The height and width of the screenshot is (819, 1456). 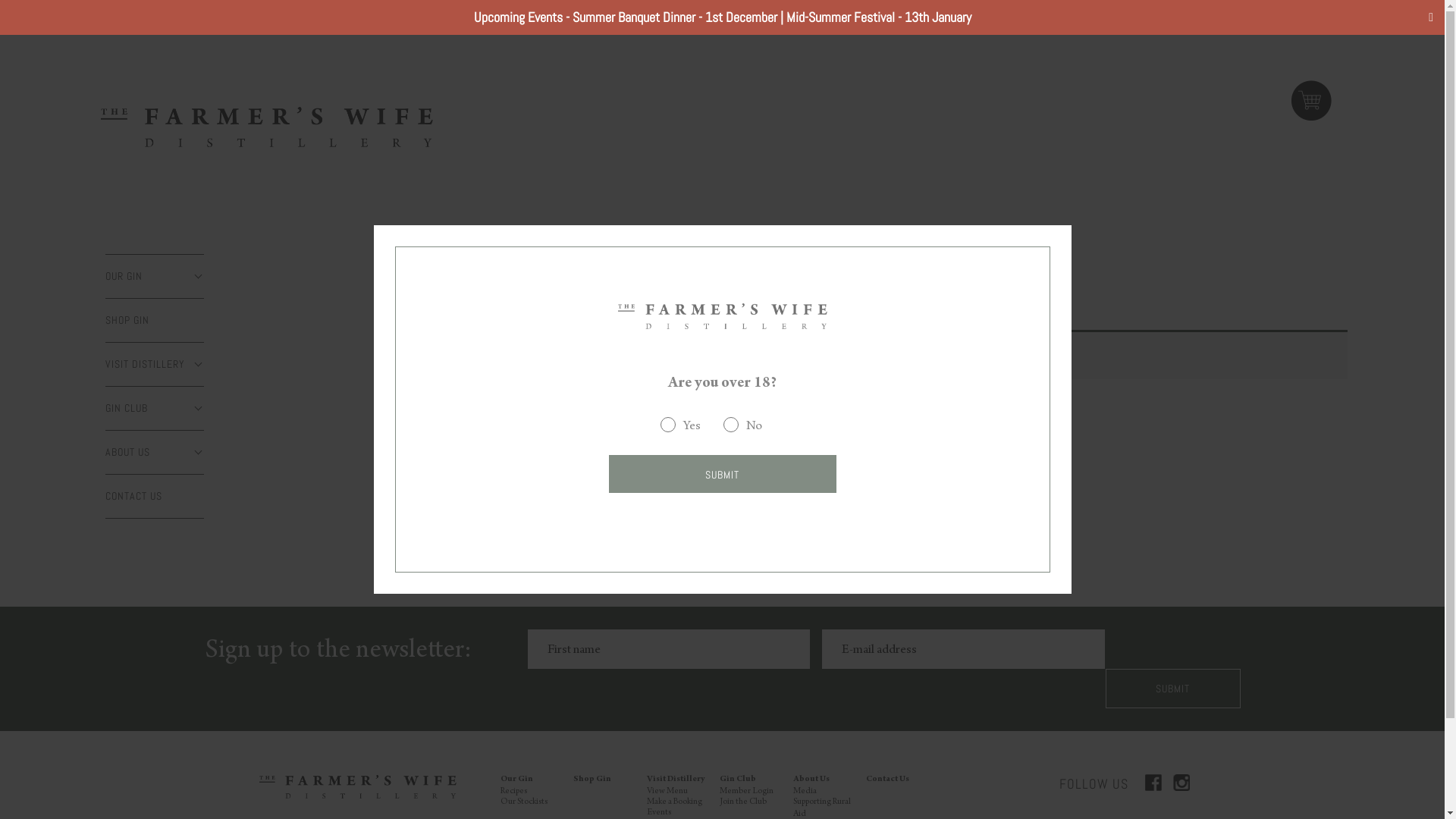 What do you see at coordinates (1171, 783) in the screenshot?
I see `'instagram'` at bounding box center [1171, 783].